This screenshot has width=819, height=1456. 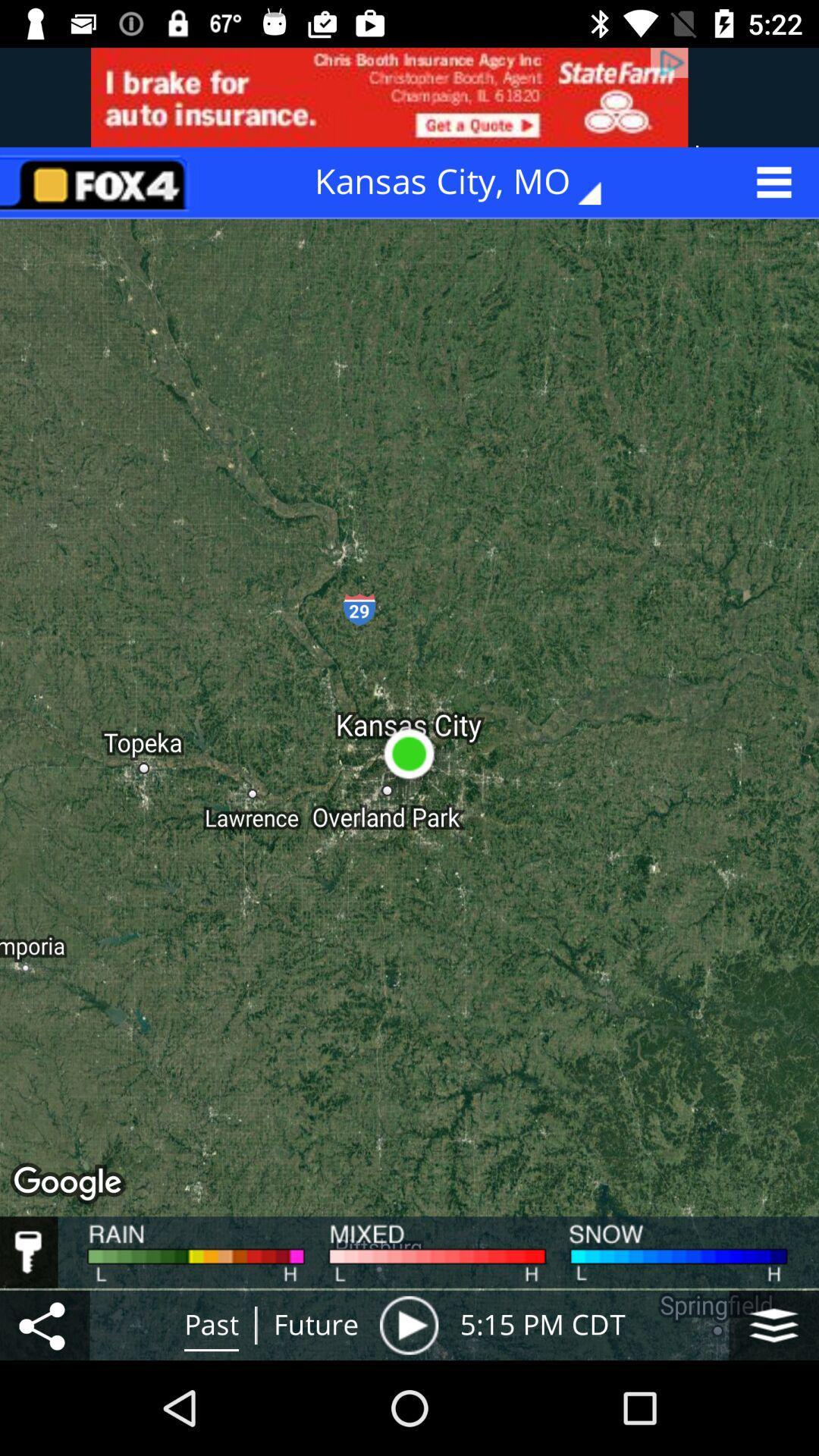 What do you see at coordinates (44, 1324) in the screenshot?
I see `share localization` at bounding box center [44, 1324].